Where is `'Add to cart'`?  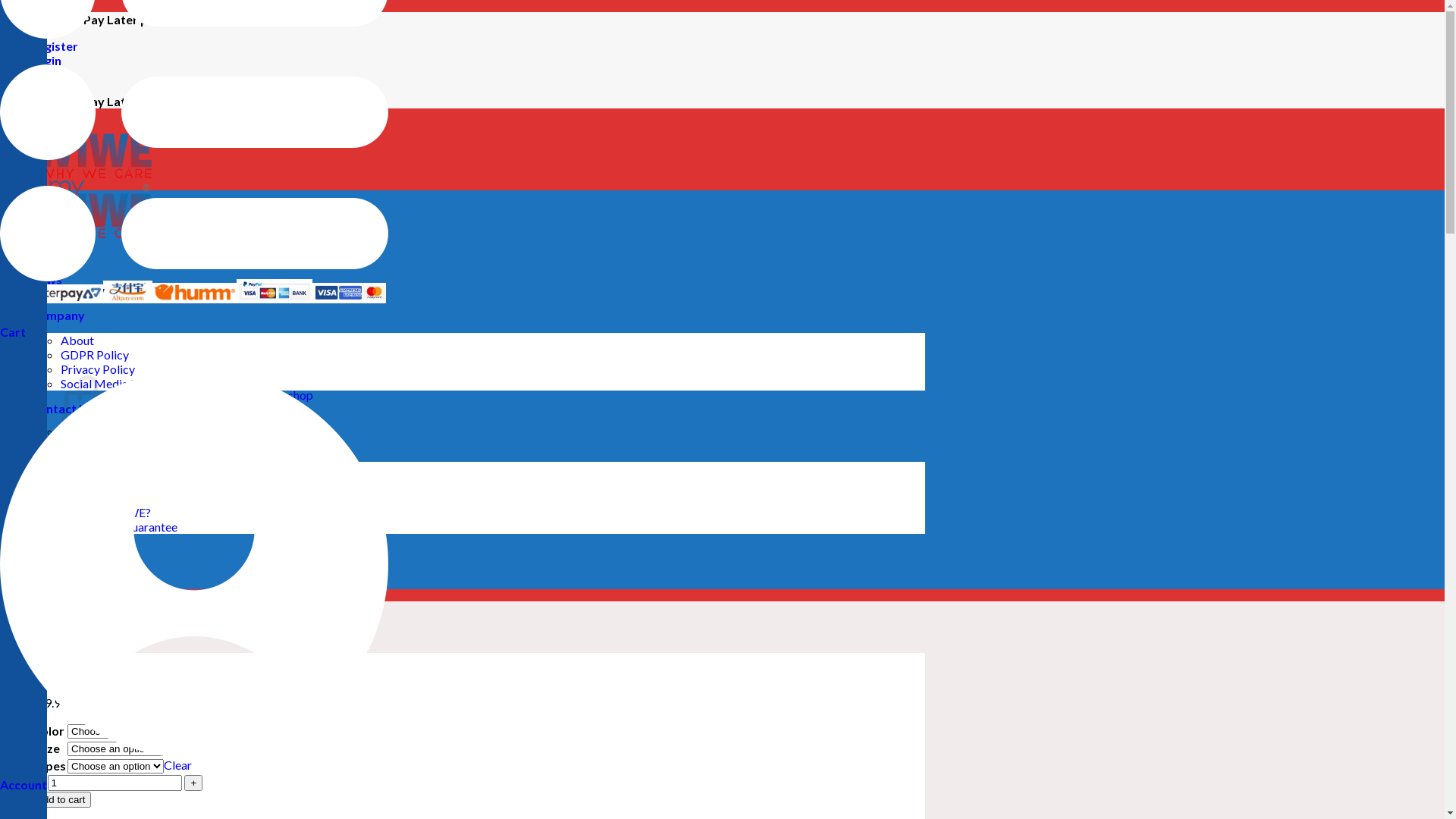 'Add to cart' is located at coordinates (61, 799).